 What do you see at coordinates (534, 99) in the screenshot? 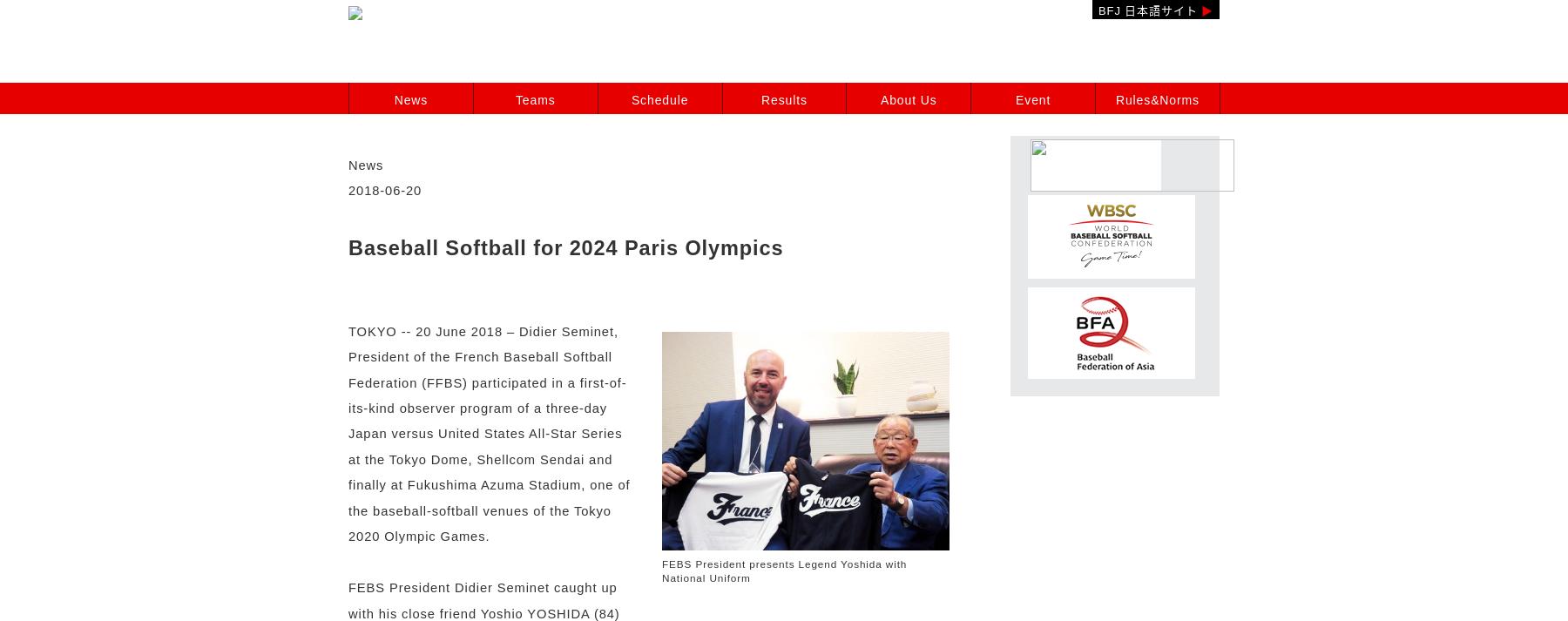
I see `'Teams'` at bounding box center [534, 99].